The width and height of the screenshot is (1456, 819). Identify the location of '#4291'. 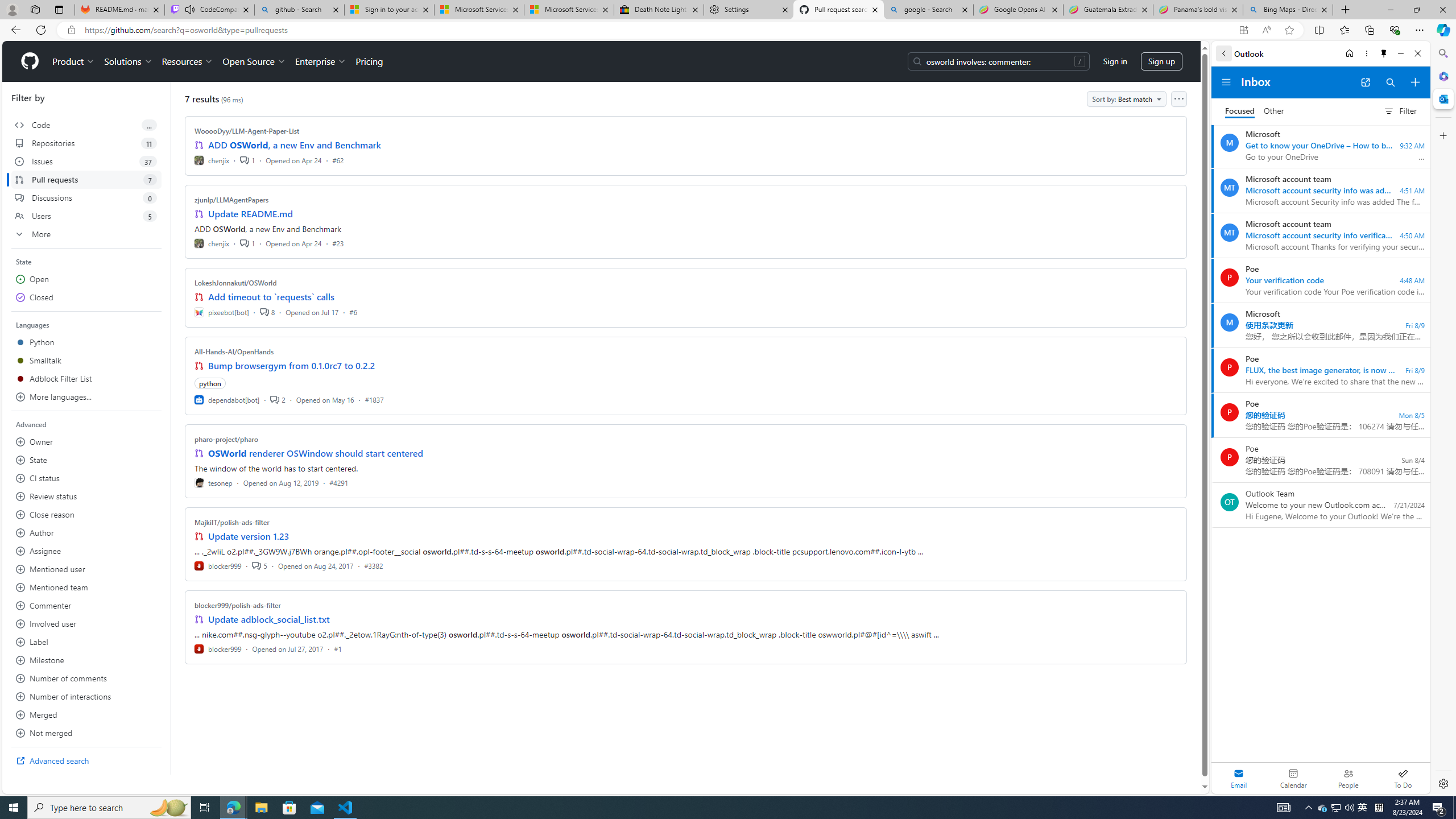
(338, 482).